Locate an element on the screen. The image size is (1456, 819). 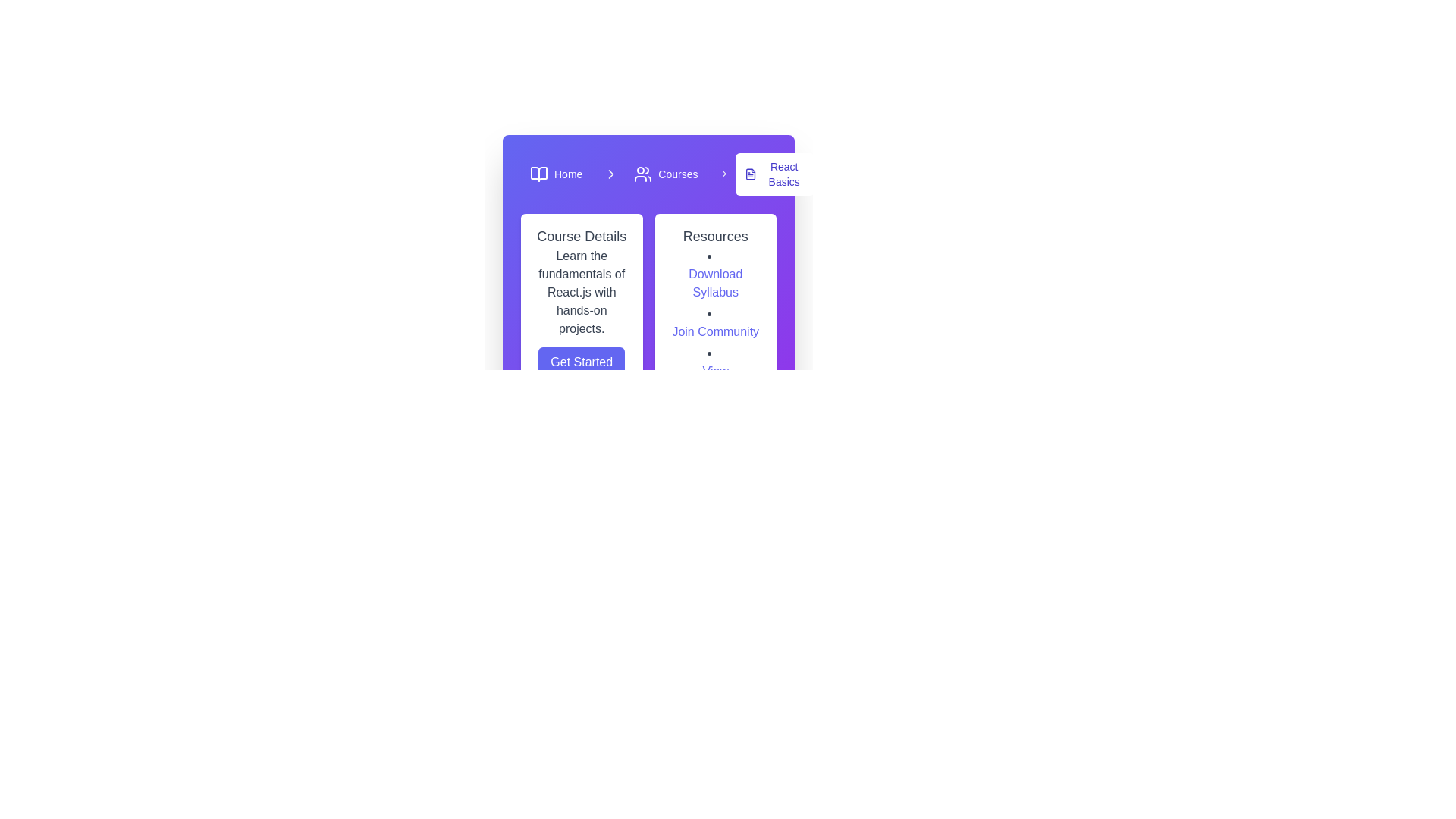
the static text label displaying 'Courses', which is part of the horizontal navigation bar located between the user icon and 'React Basics' is located at coordinates (677, 174).